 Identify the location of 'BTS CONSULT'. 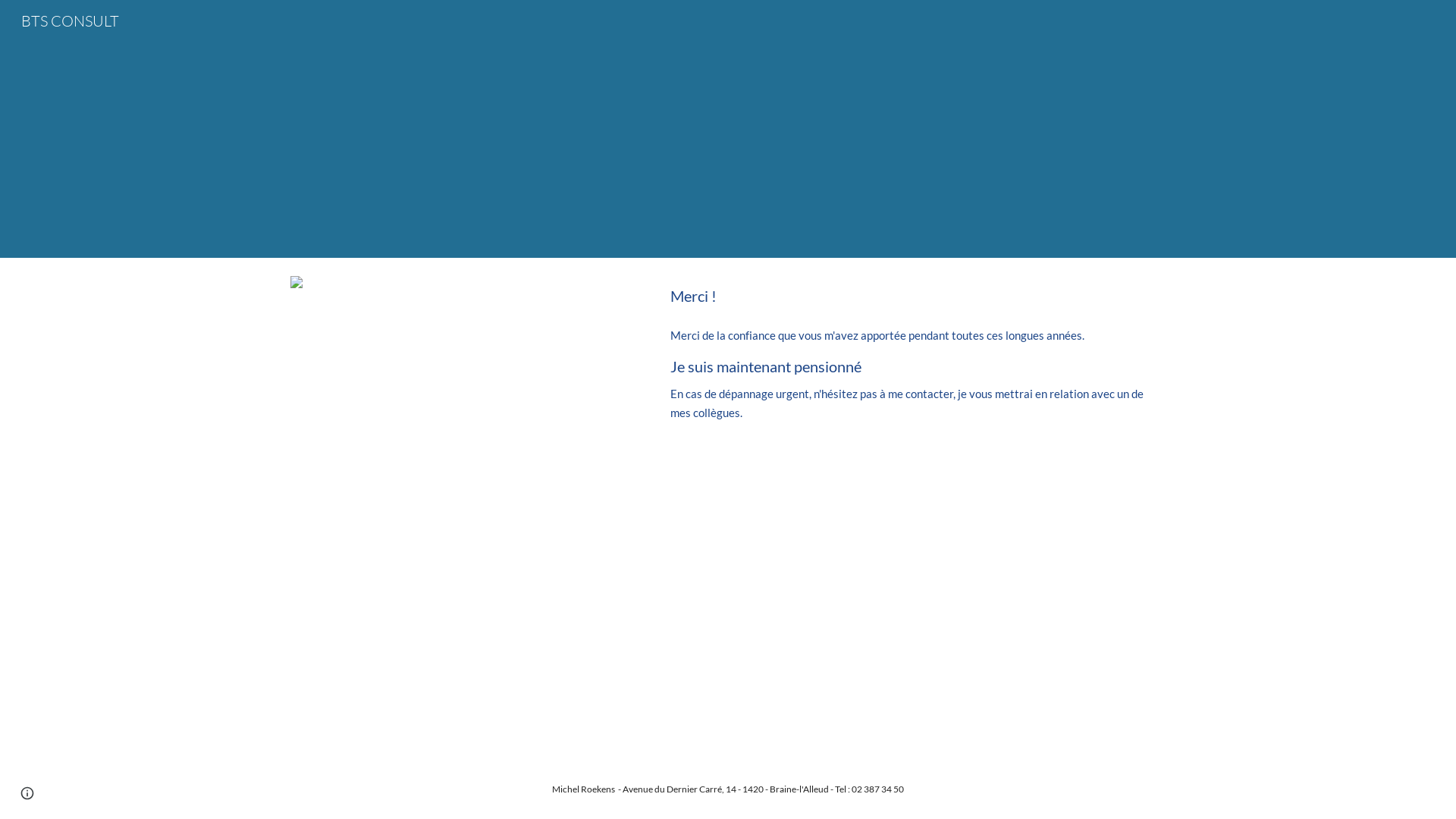
(69, 19).